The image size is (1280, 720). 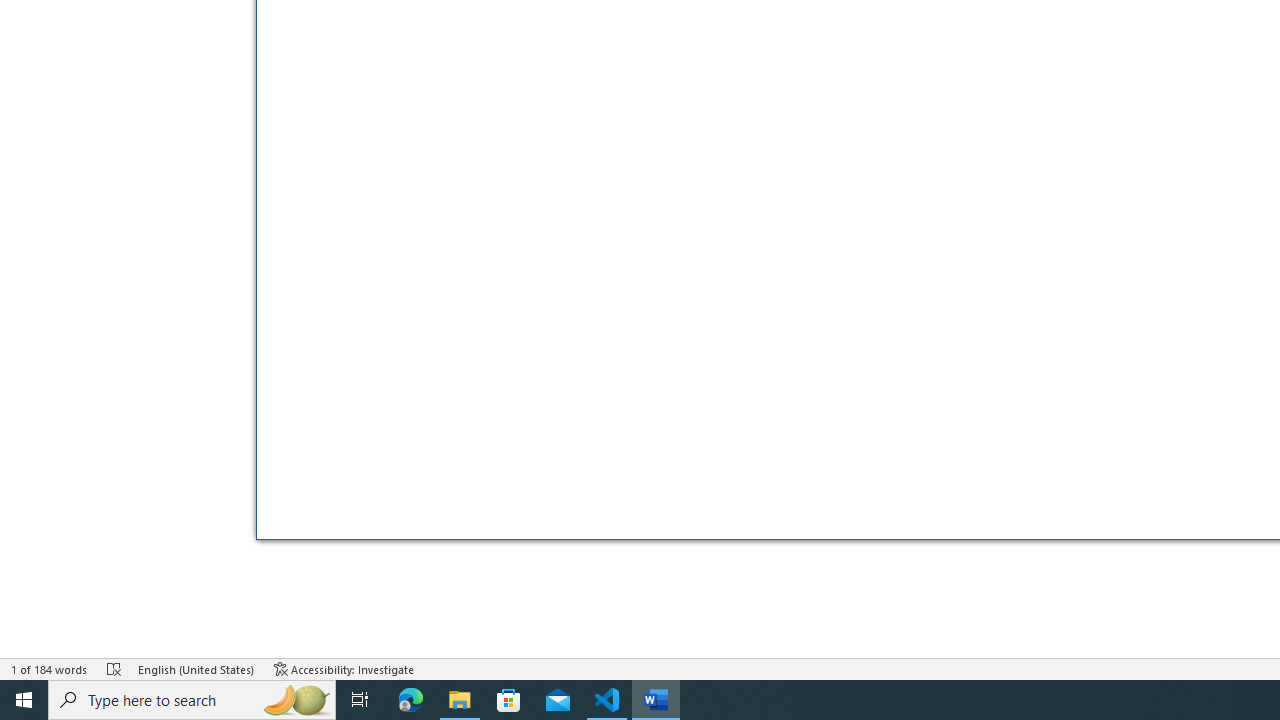 I want to click on 'Search highlights icon opens search home window', so click(x=294, y=698).